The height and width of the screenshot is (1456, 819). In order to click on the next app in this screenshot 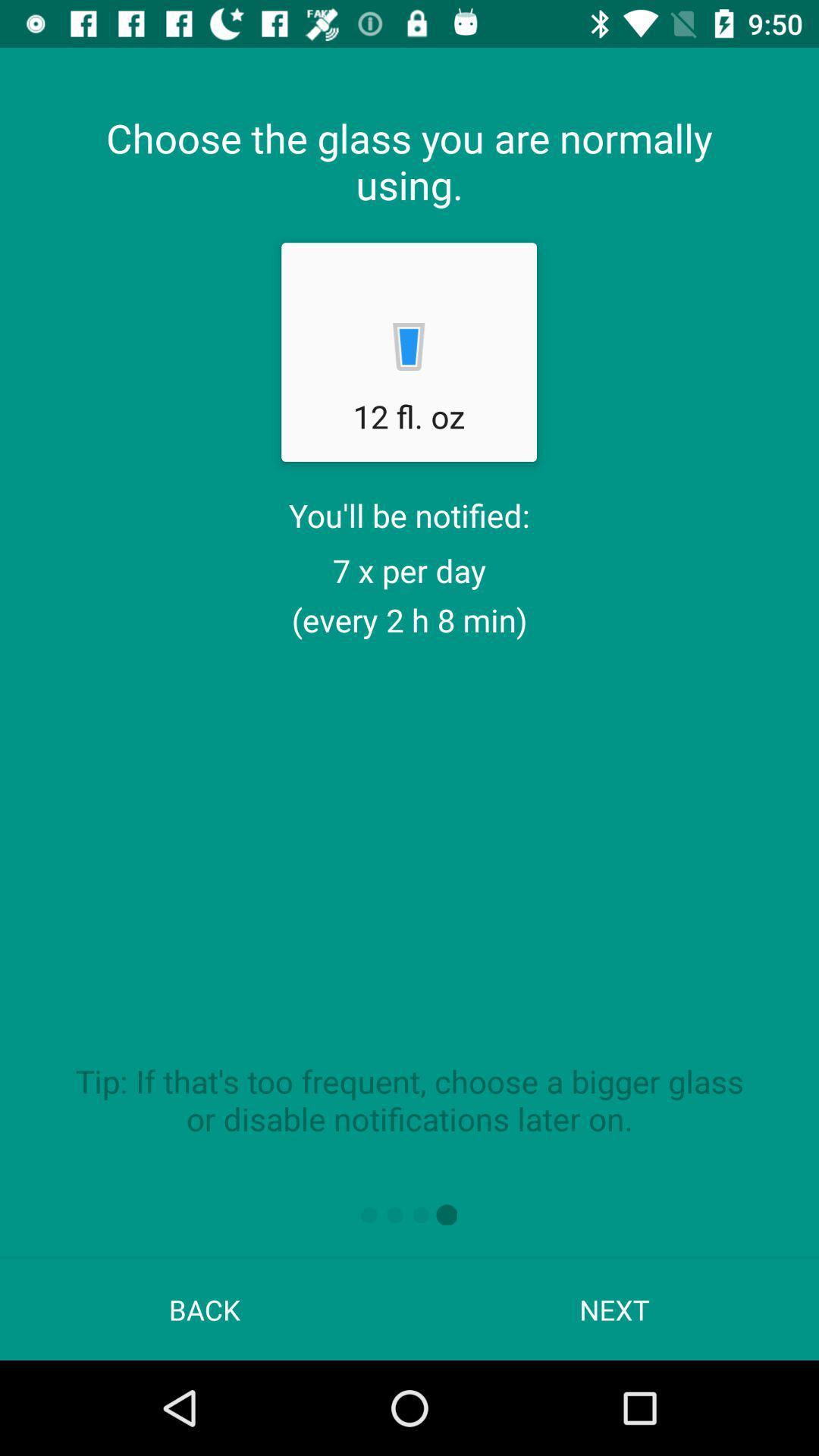, I will do `click(614, 1309)`.